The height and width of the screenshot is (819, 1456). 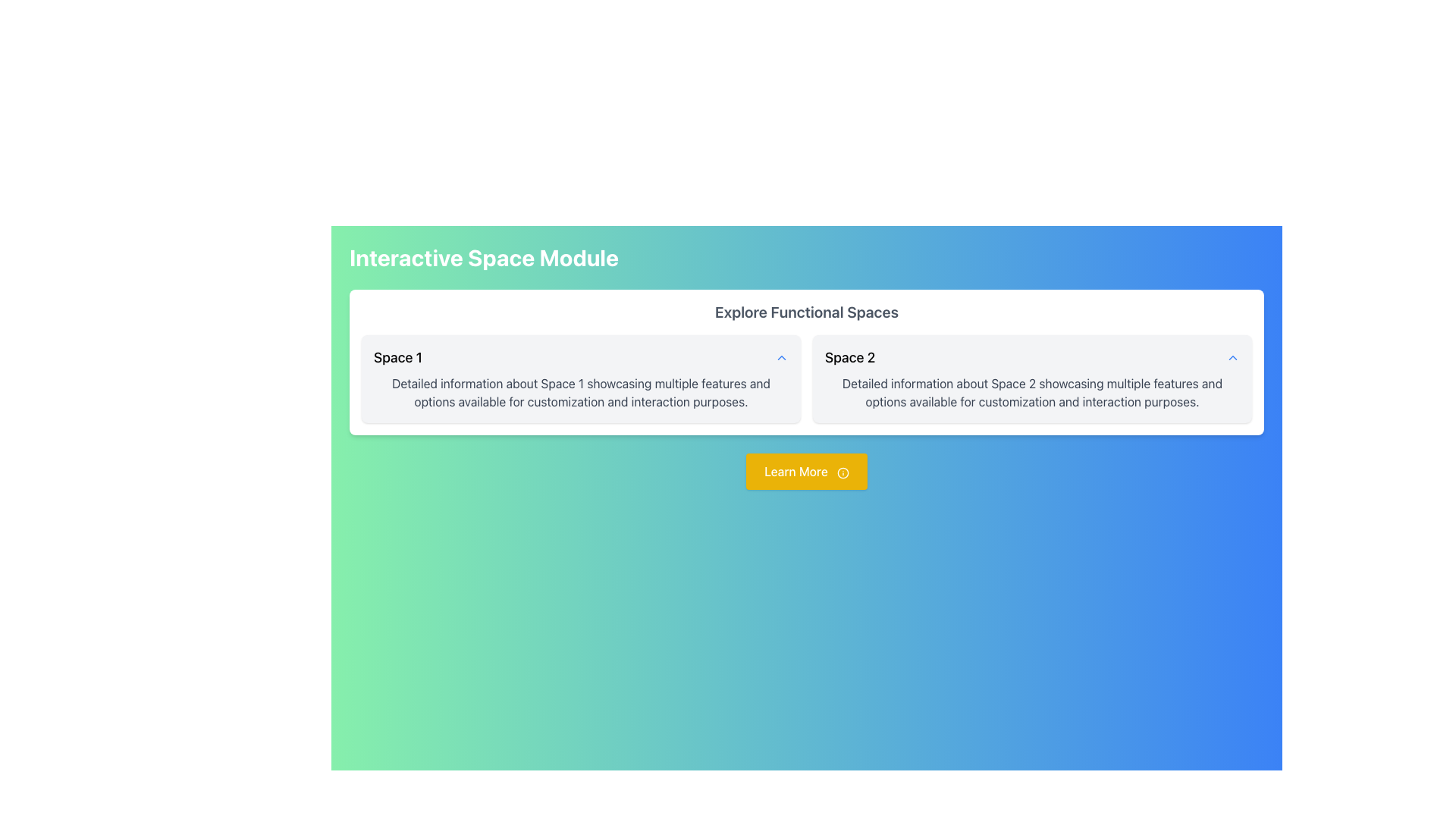 What do you see at coordinates (842, 472) in the screenshot?
I see `the icon located to the right of the 'Learn More' text label on the yellow button` at bounding box center [842, 472].